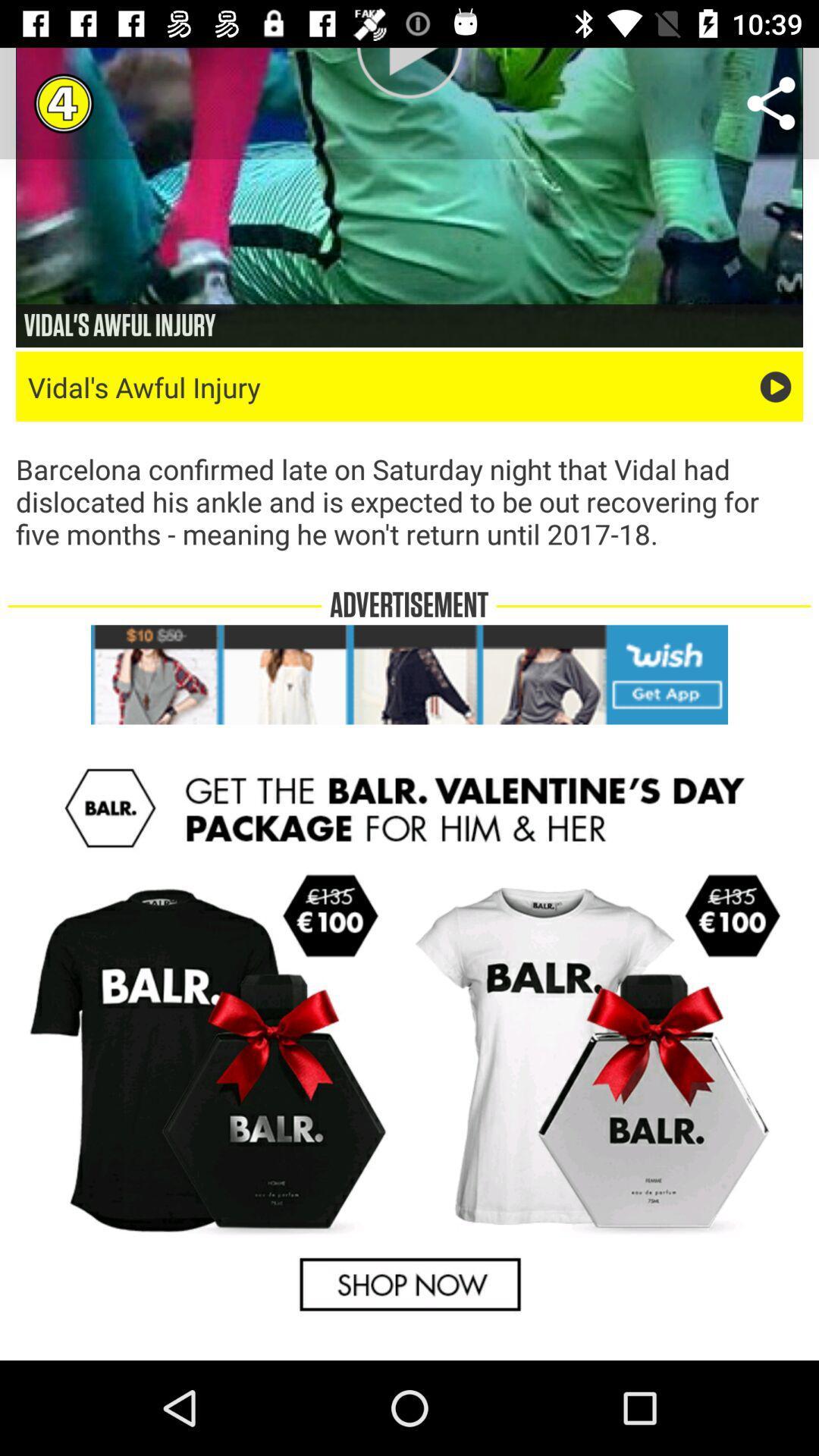  I want to click on click on the advertisement, so click(409, 673).